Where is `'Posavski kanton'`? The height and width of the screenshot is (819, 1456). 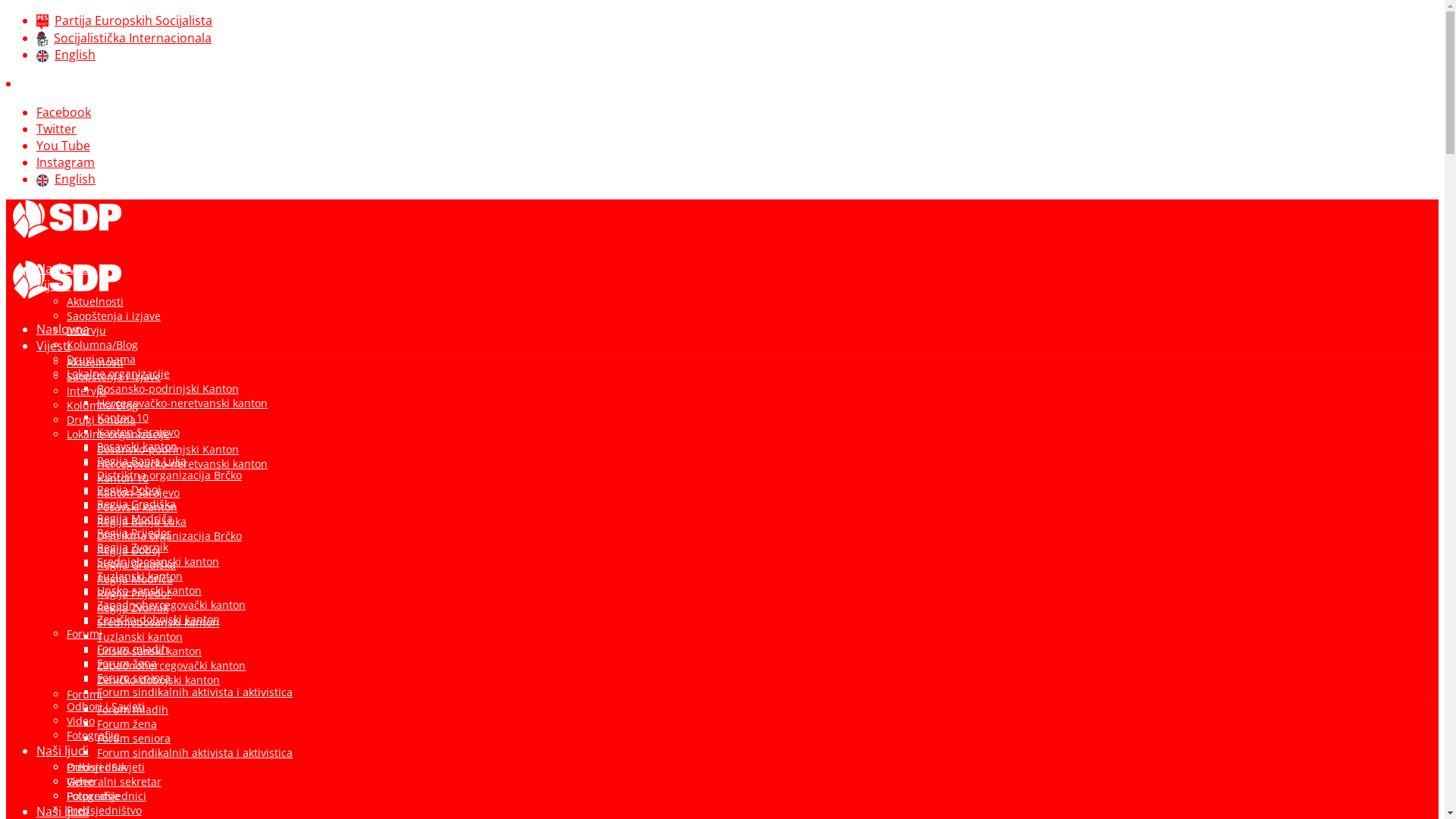 'Posavski kanton' is located at coordinates (137, 445).